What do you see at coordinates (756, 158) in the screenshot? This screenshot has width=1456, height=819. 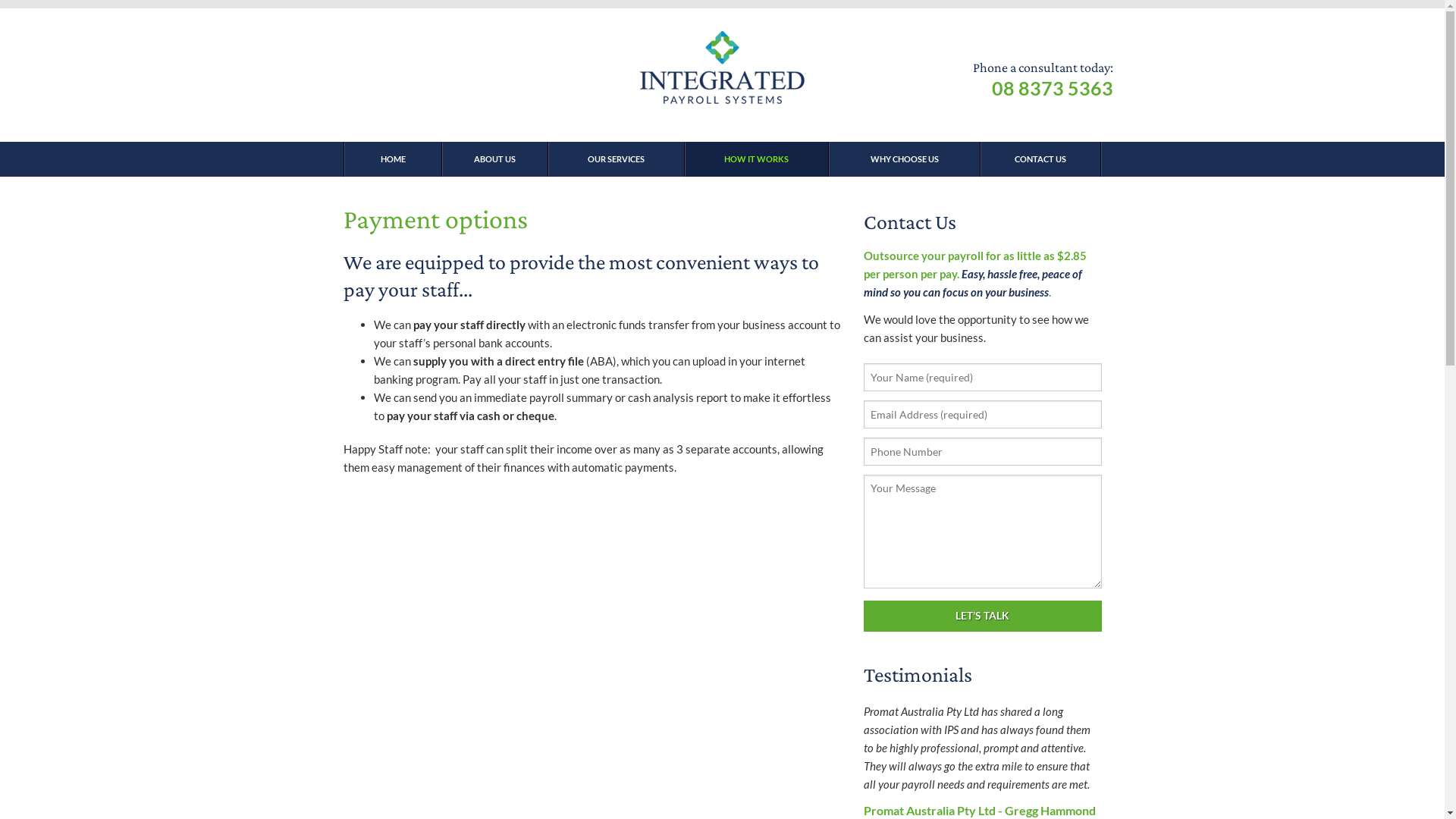 I see `'HOW IT WORKS'` at bounding box center [756, 158].